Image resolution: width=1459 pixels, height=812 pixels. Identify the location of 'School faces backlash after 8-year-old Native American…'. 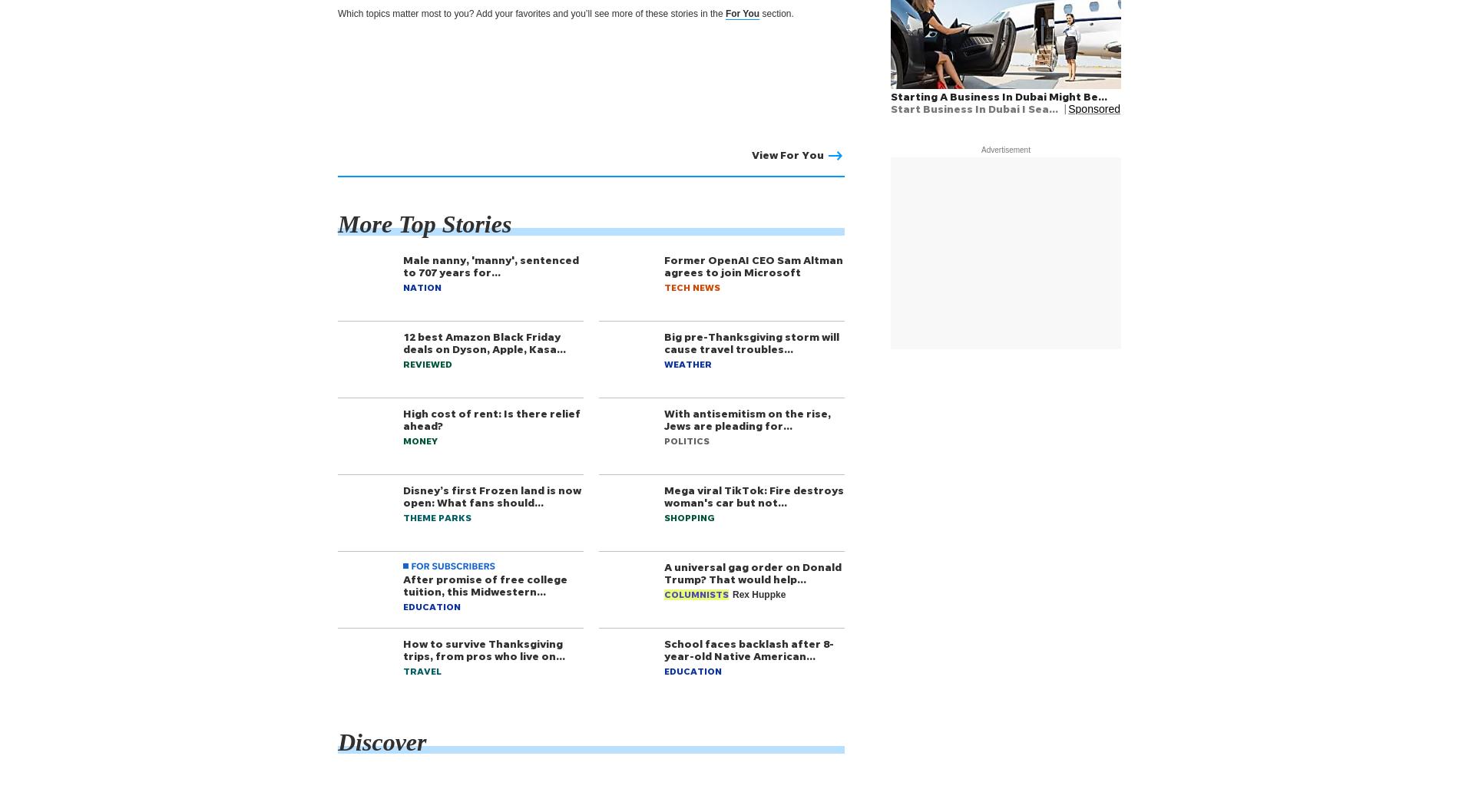
(749, 649).